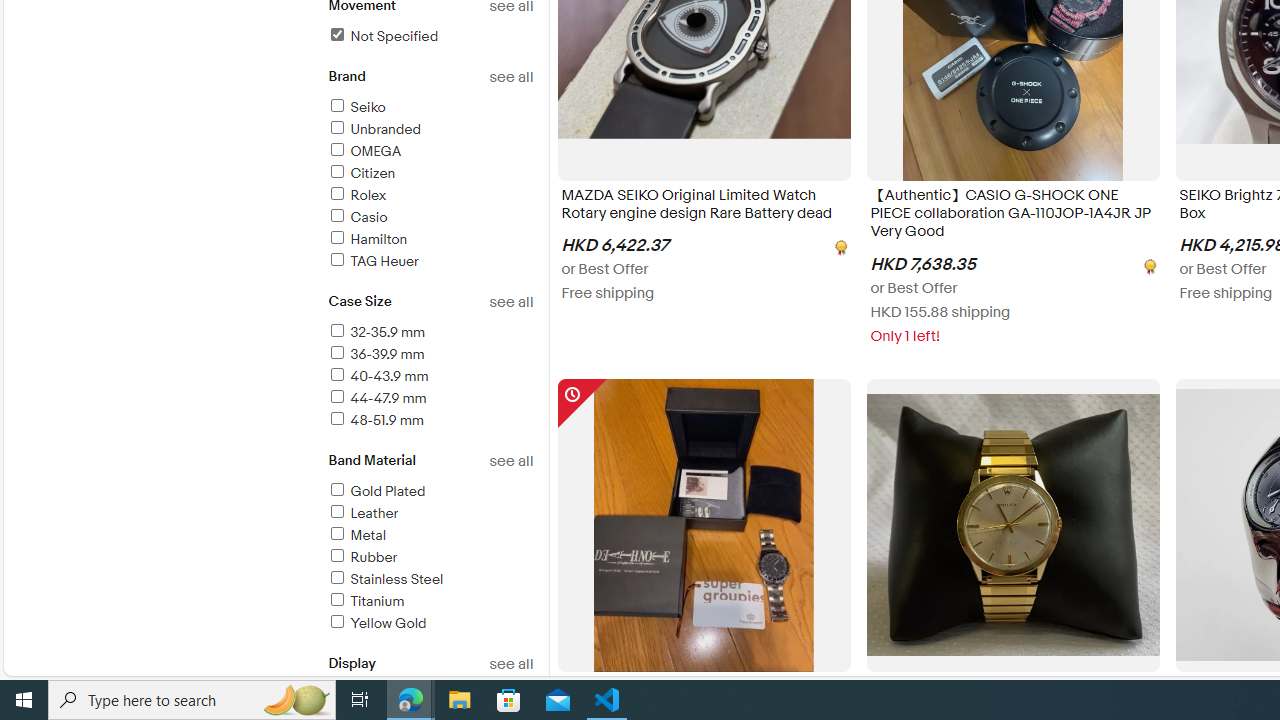  Describe the element at coordinates (429, 492) in the screenshot. I see `'Gold Plated'` at that location.